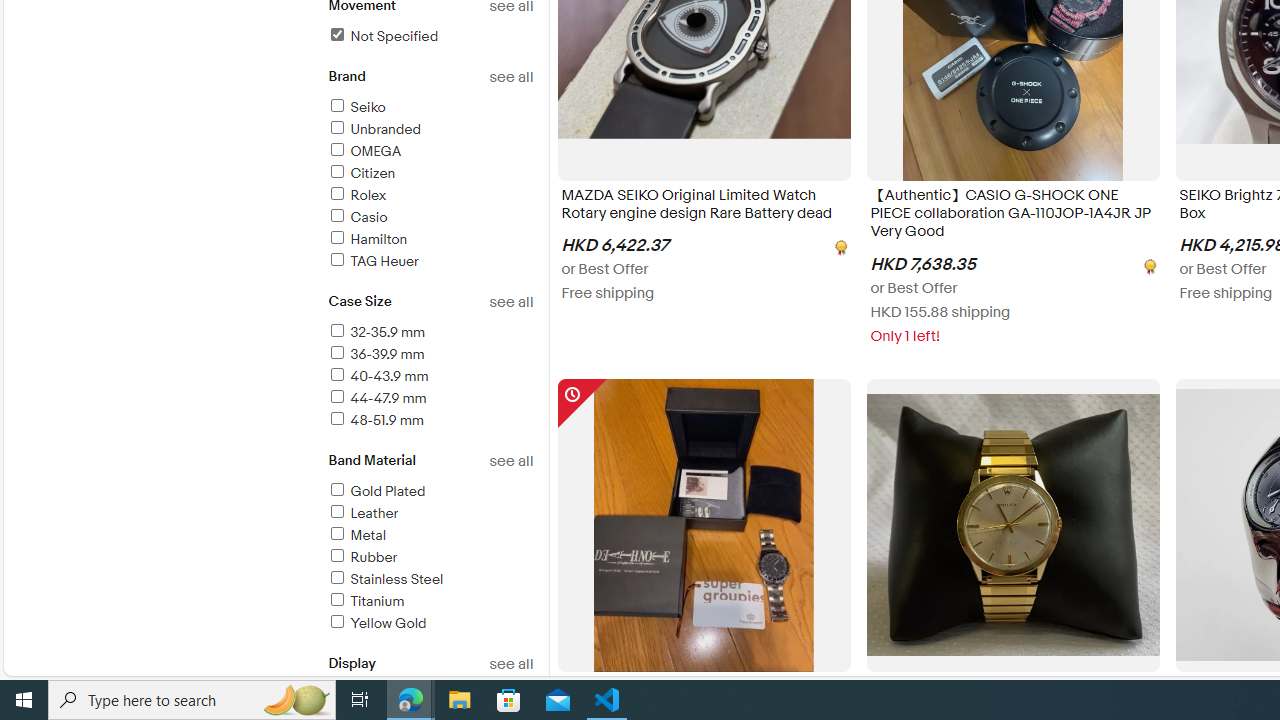  Describe the element at coordinates (429, 492) in the screenshot. I see `'Gold Plated'` at that location.